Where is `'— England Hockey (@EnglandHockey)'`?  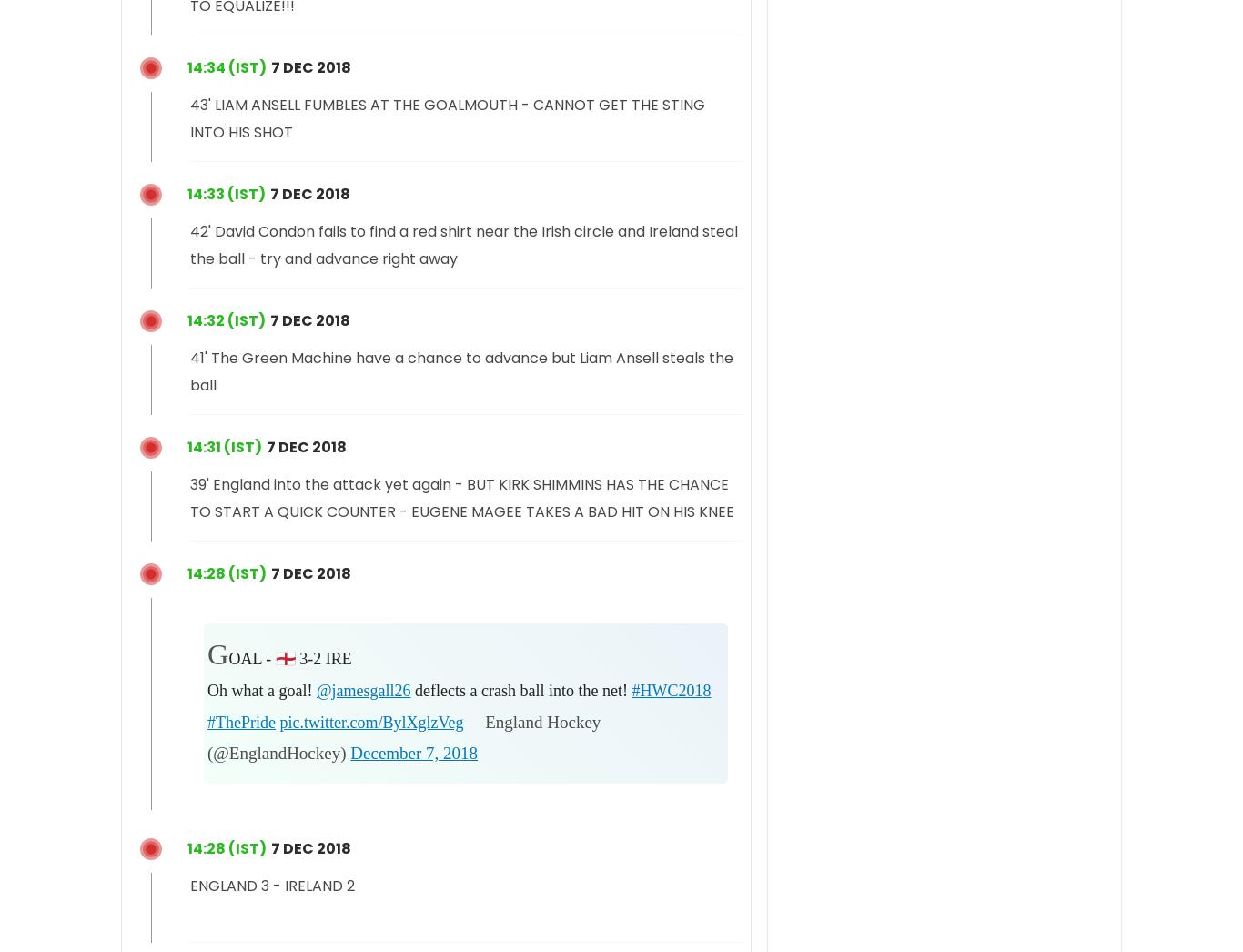 '— England Hockey (@EnglandHockey)' is located at coordinates (402, 737).